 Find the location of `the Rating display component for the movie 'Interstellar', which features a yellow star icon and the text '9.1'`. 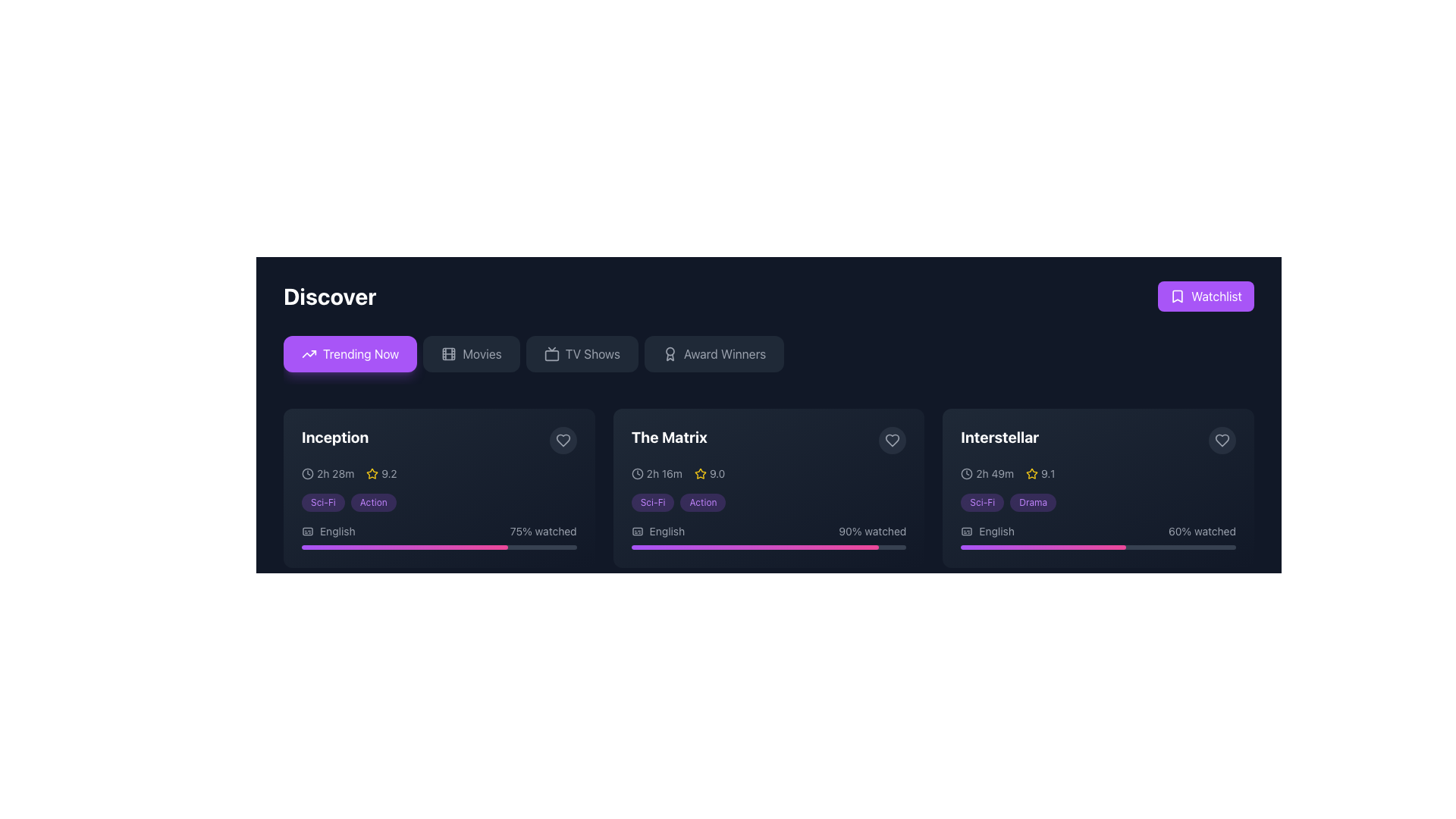

the Rating display component for the movie 'Interstellar', which features a yellow star icon and the text '9.1' is located at coordinates (1040, 472).